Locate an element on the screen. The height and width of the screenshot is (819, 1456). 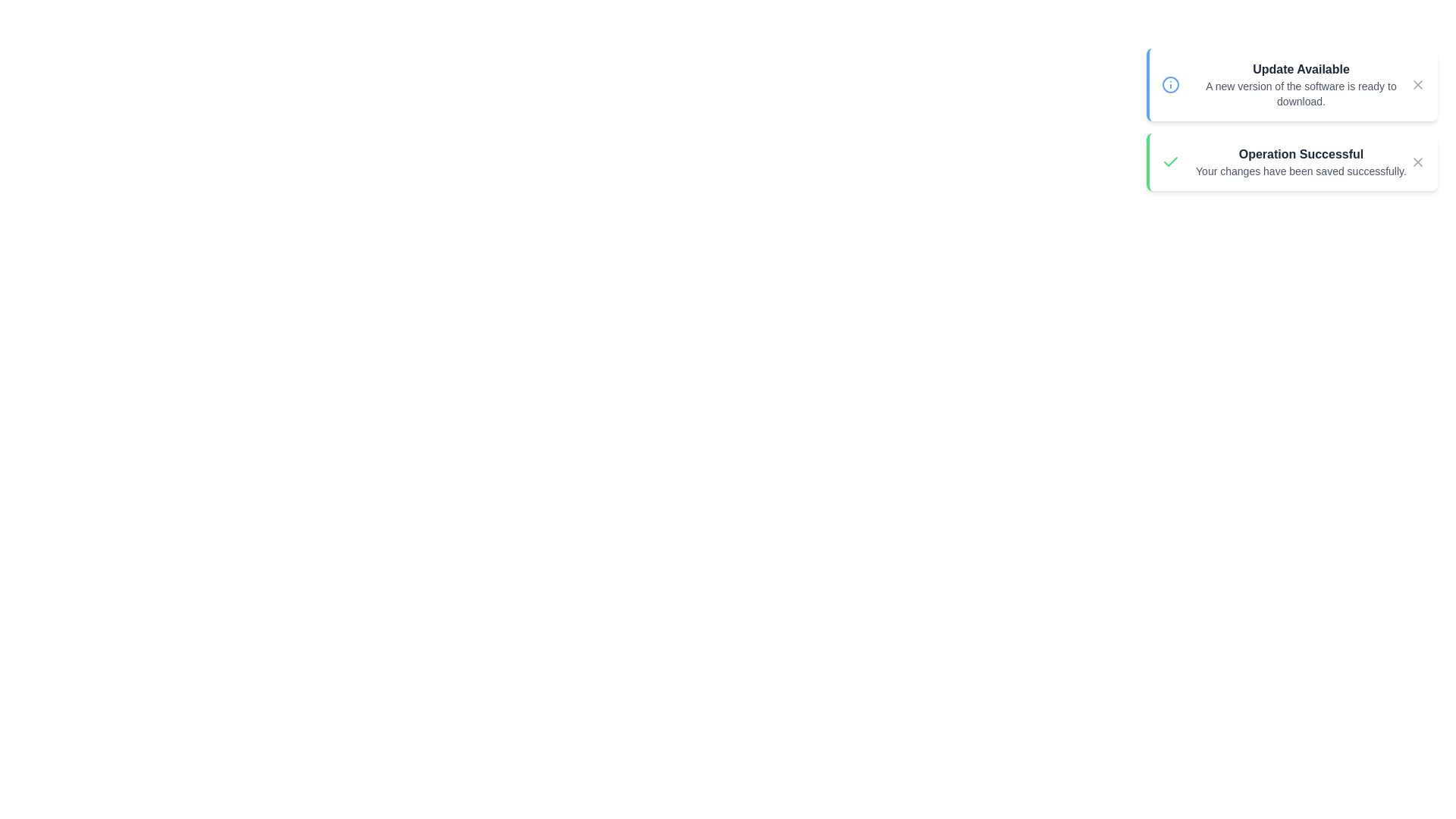
the close button located at the top-right corner of the notification card, adjacent to the text 'Update Available', to change its color is located at coordinates (1417, 84).